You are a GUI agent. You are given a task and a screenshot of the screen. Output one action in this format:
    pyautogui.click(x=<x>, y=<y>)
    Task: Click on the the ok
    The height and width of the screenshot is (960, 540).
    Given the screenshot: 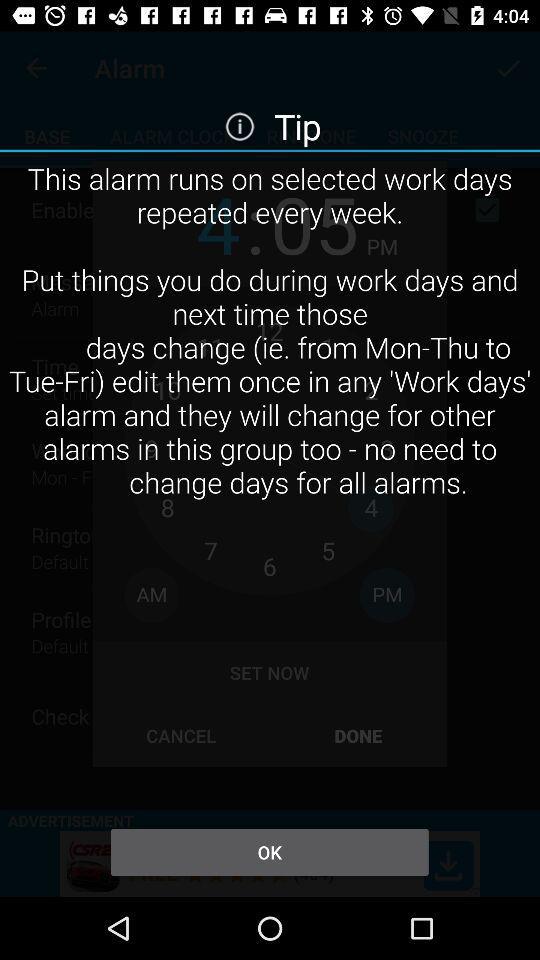 What is the action you would take?
    pyautogui.click(x=269, y=851)
    